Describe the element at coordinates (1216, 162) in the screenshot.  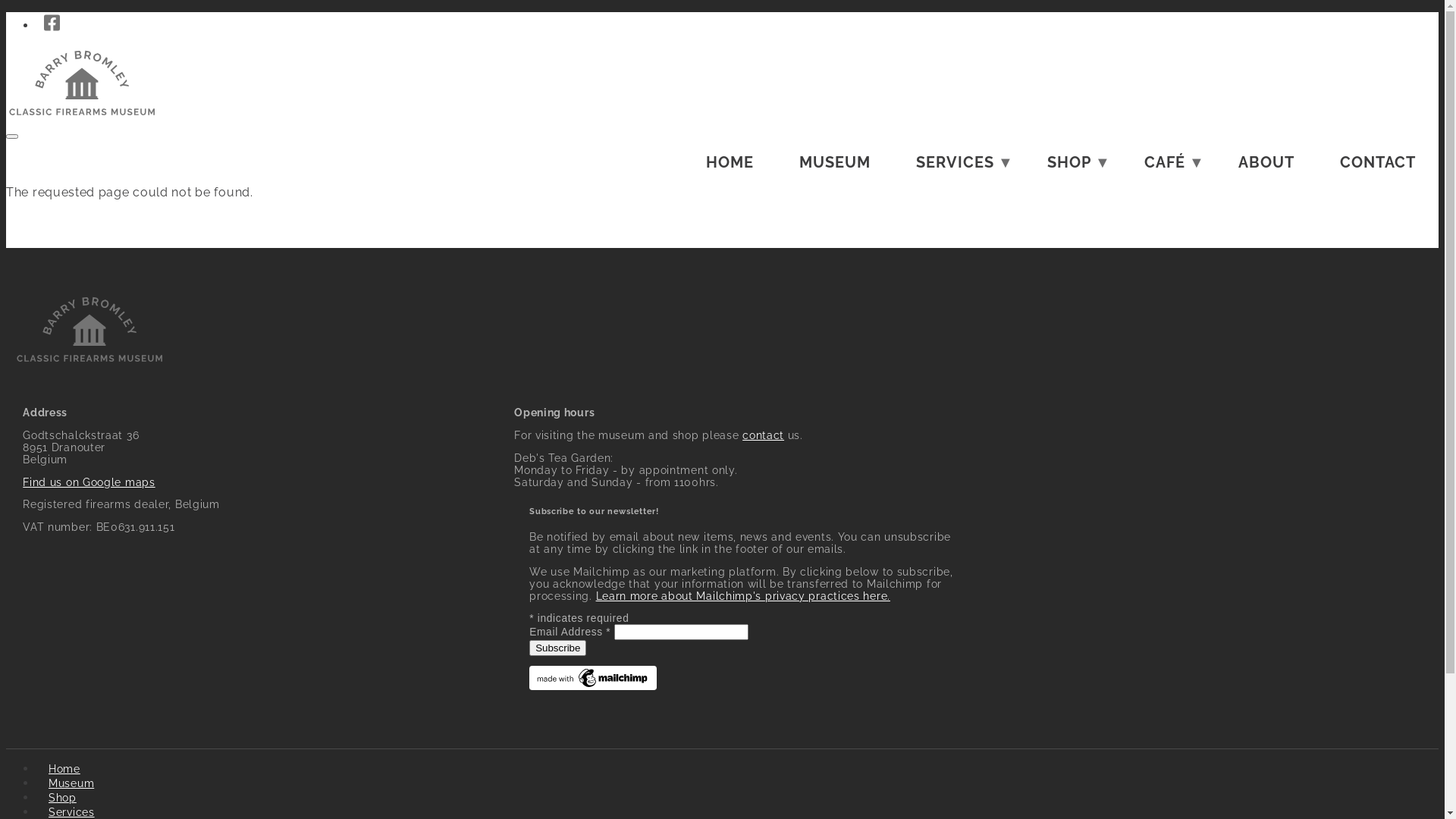
I see `'ABOUT'` at that location.